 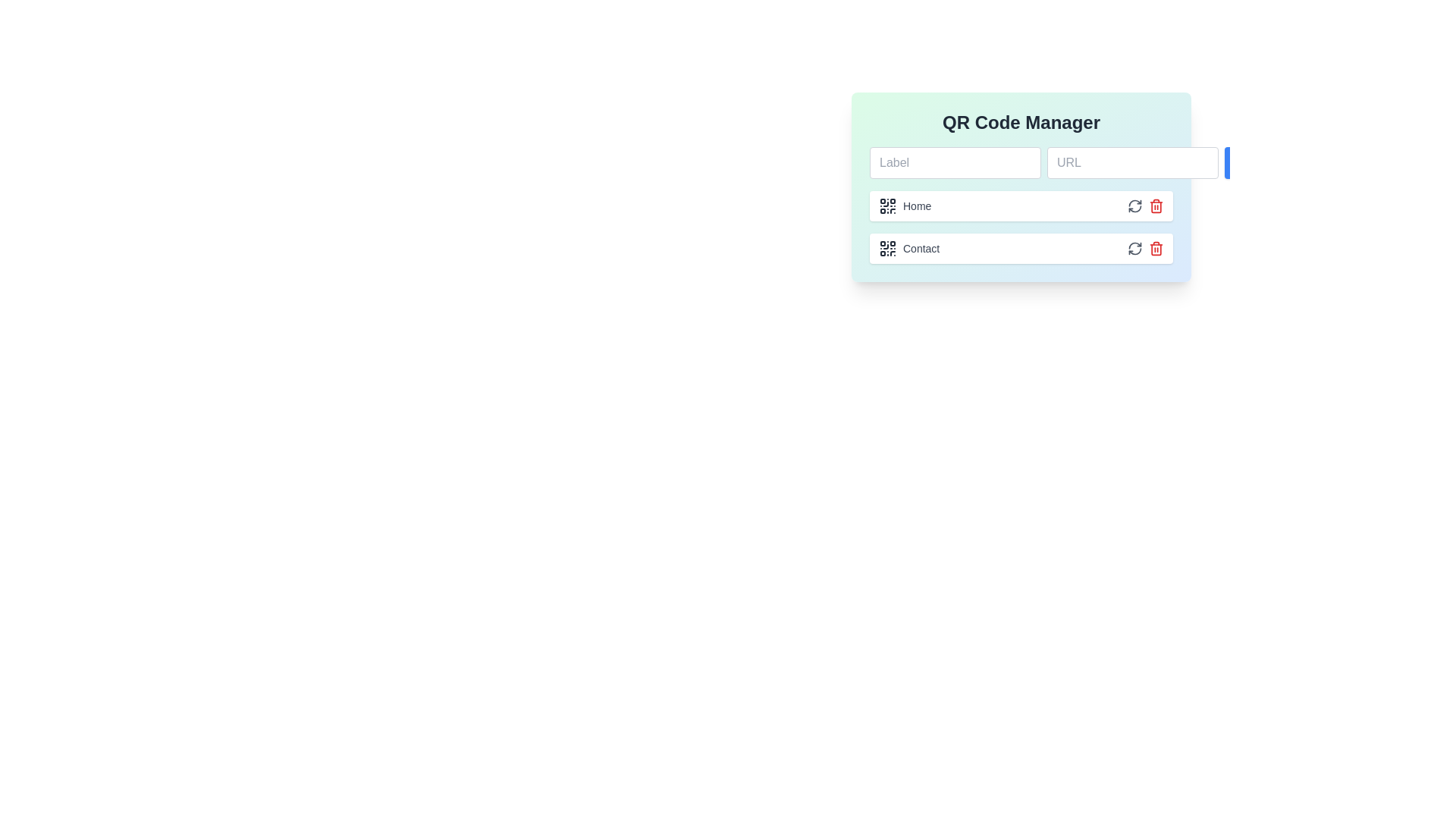 I want to click on the trash can icon component, which is styled with clean stroke lines and is red in color, located to the right of the 'Home' entry in the QR Code Manager interface, so click(x=1156, y=248).